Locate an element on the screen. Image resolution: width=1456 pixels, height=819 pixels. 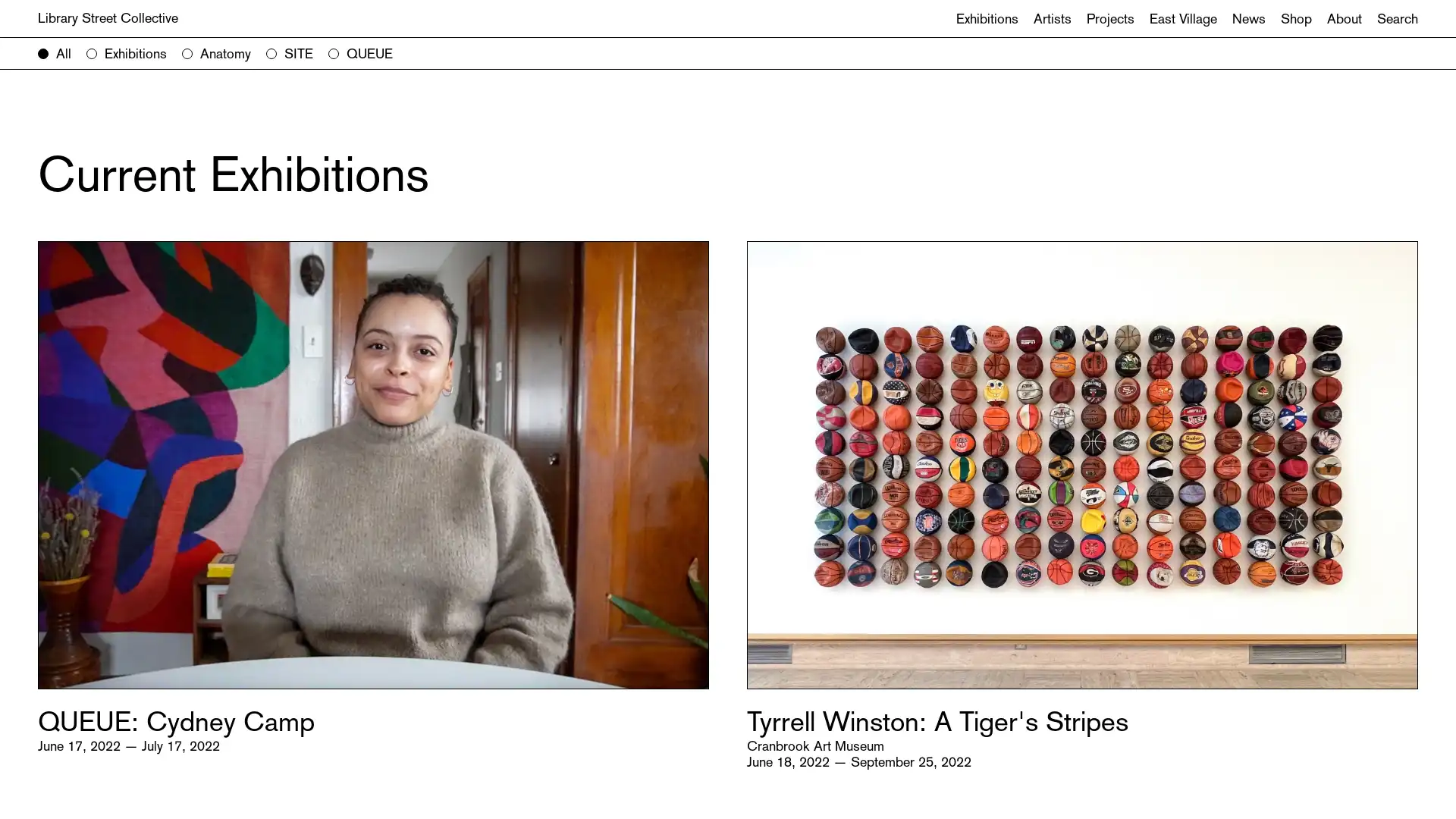
All is located at coordinates (55, 52).